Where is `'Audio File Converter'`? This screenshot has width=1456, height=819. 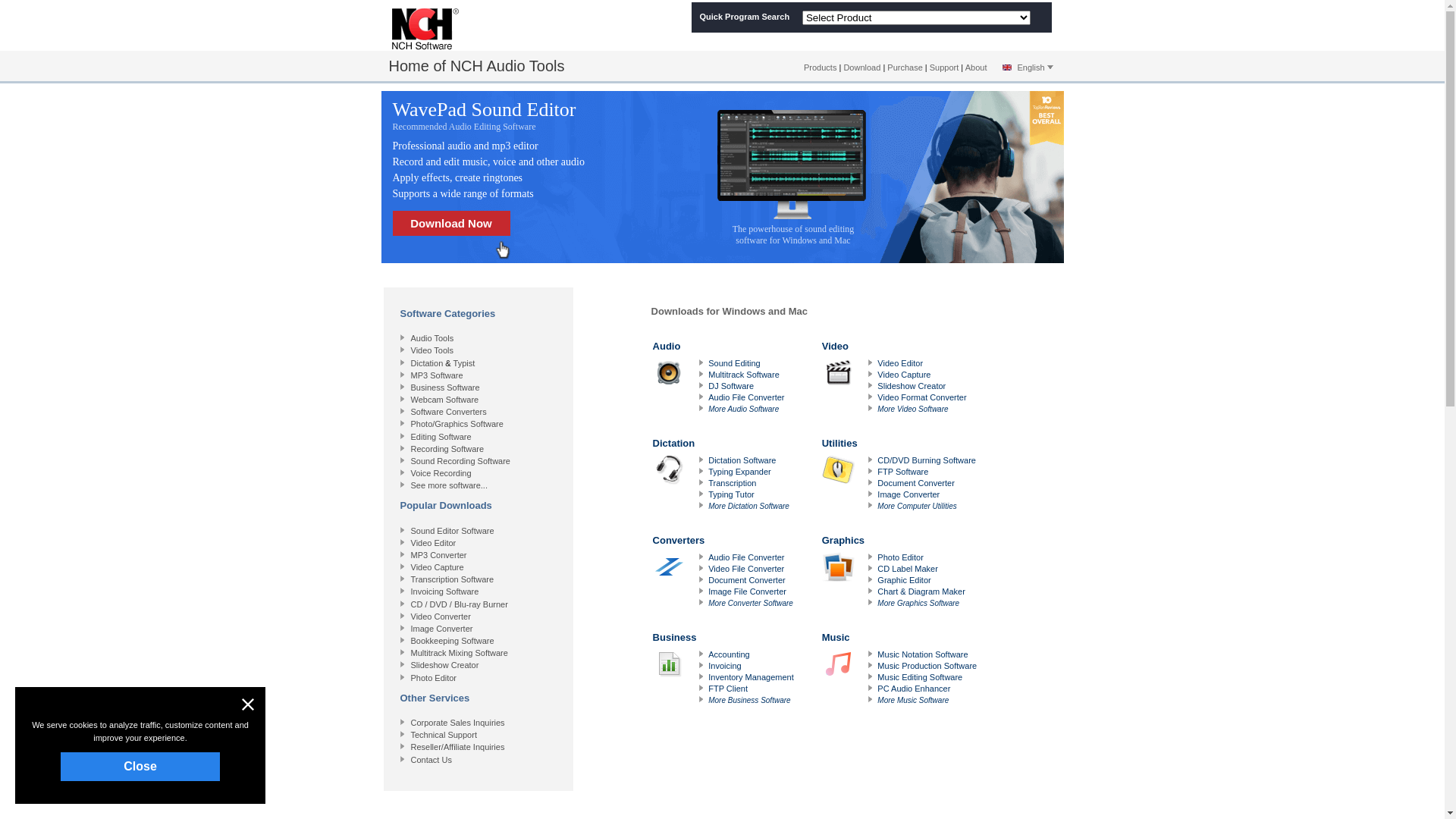 'Audio File Converter' is located at coordinates (708, 557).